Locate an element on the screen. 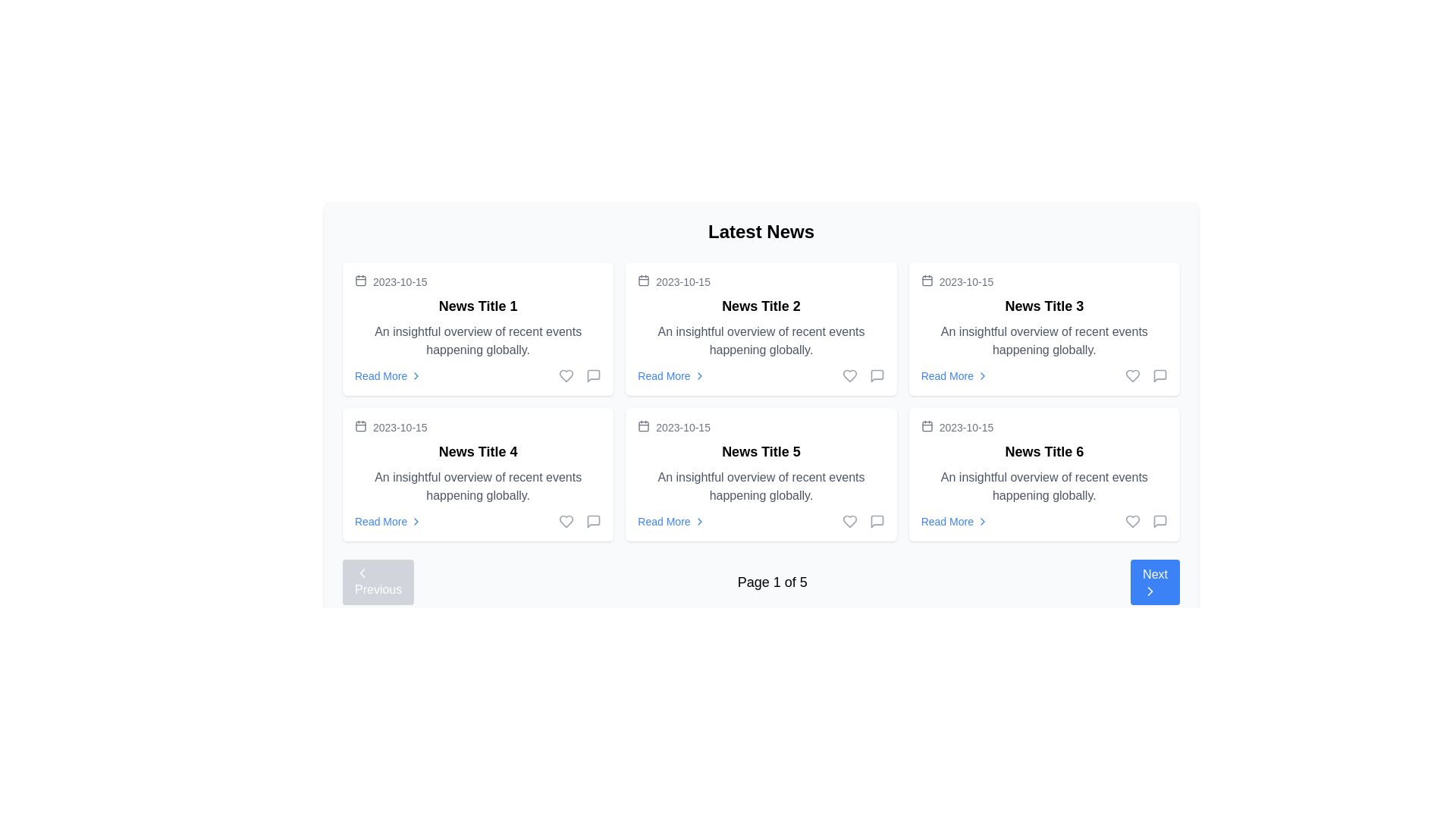  the heart-shaped icon in the 'Latest News' section is located at coordinates (566, 375).